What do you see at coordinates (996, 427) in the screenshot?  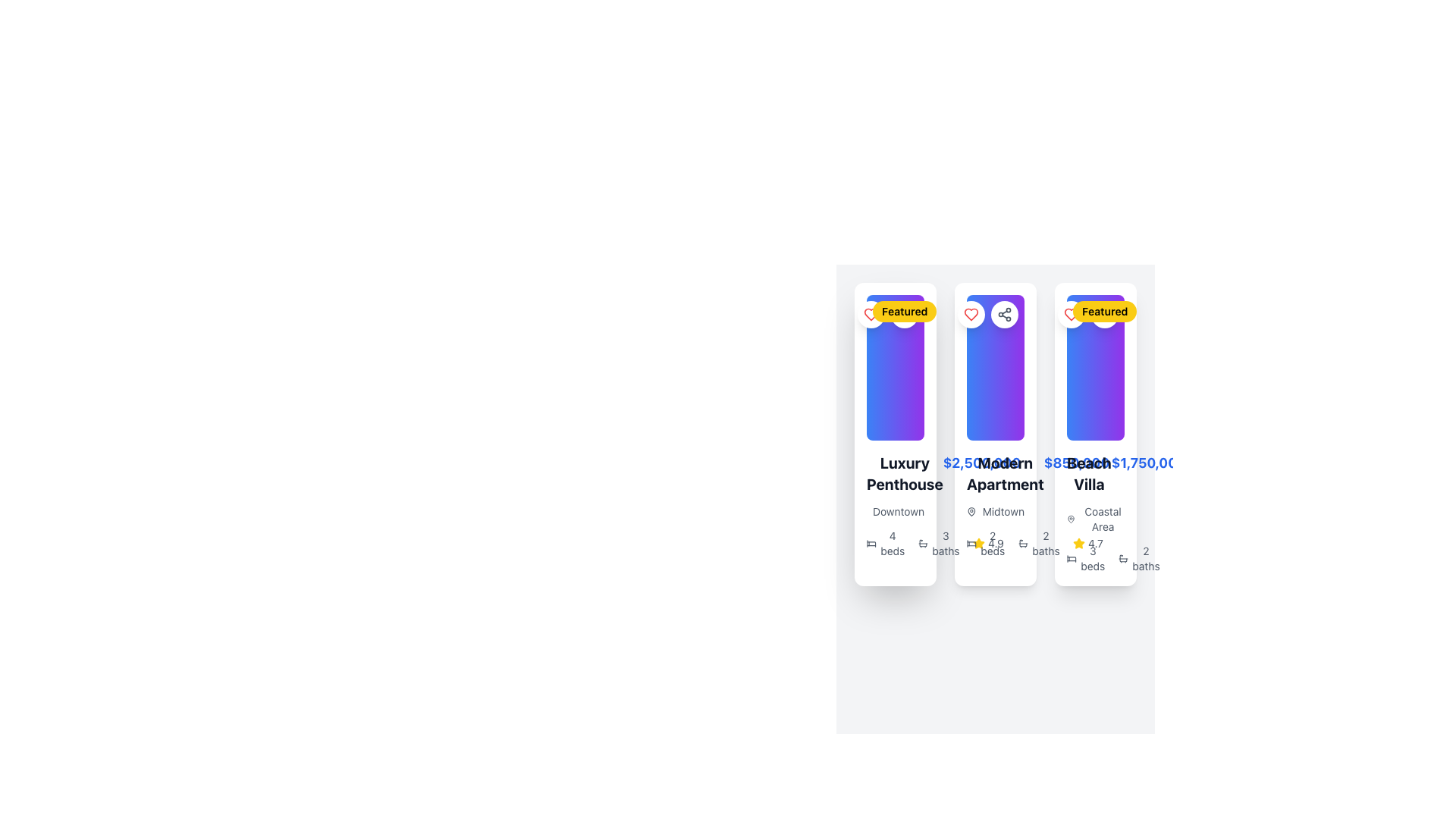 I see `the second property information card displaying 'Modern Apartment' with a price of '$850,000' located in 'Midtown'` at bounding box center [996, 427].